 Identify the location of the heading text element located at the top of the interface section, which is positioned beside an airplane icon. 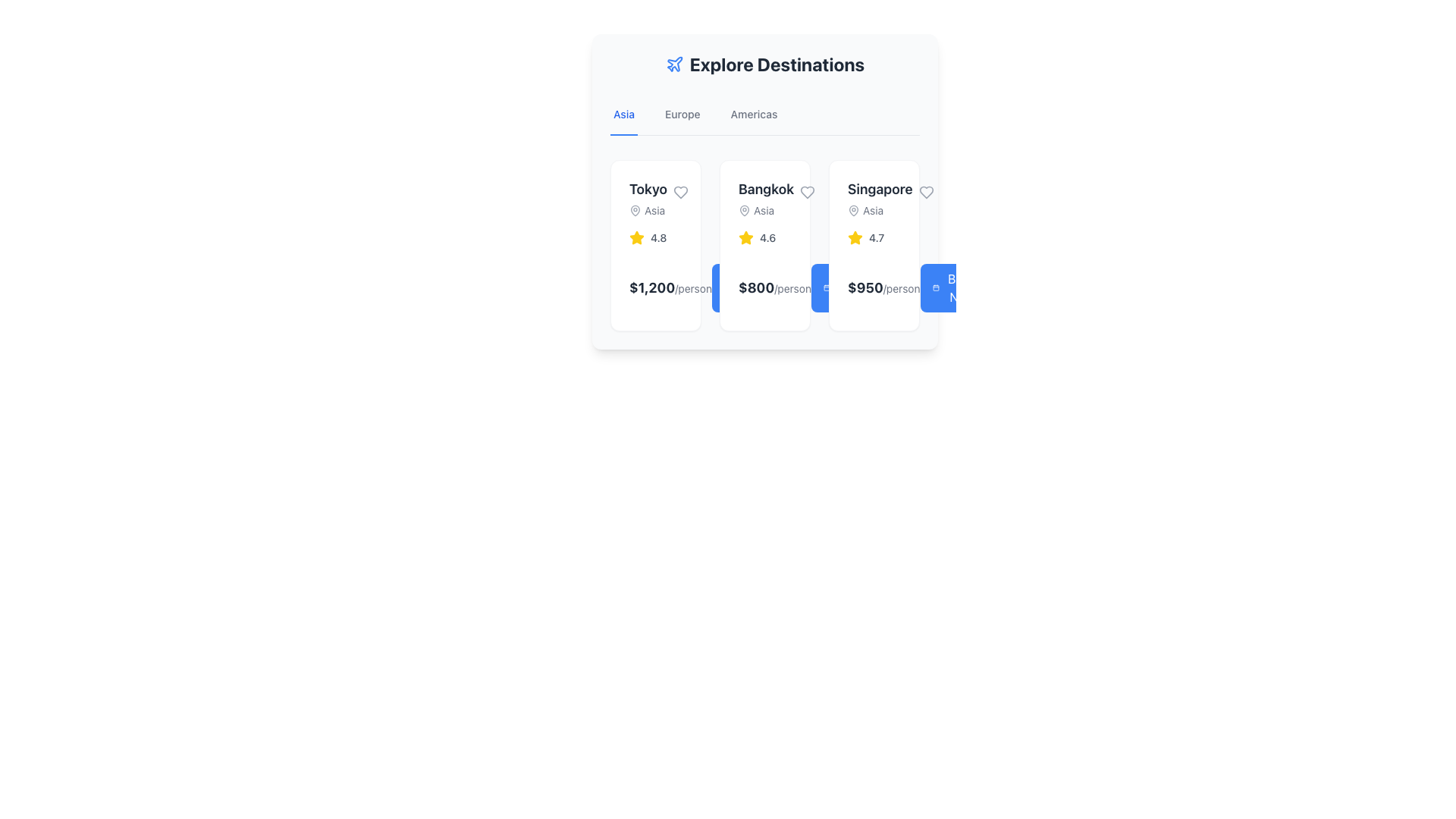
(777, 63).